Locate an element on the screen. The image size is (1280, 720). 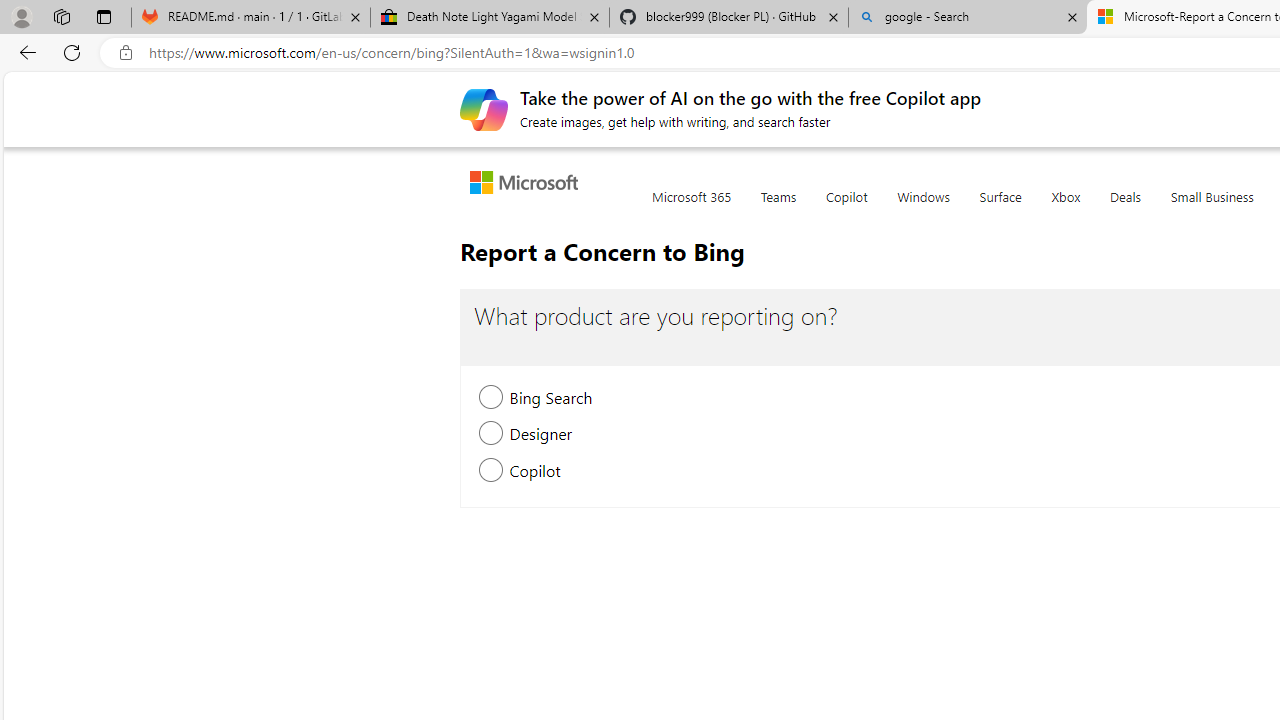
'Surface' is located at coordinates (1000, 209).